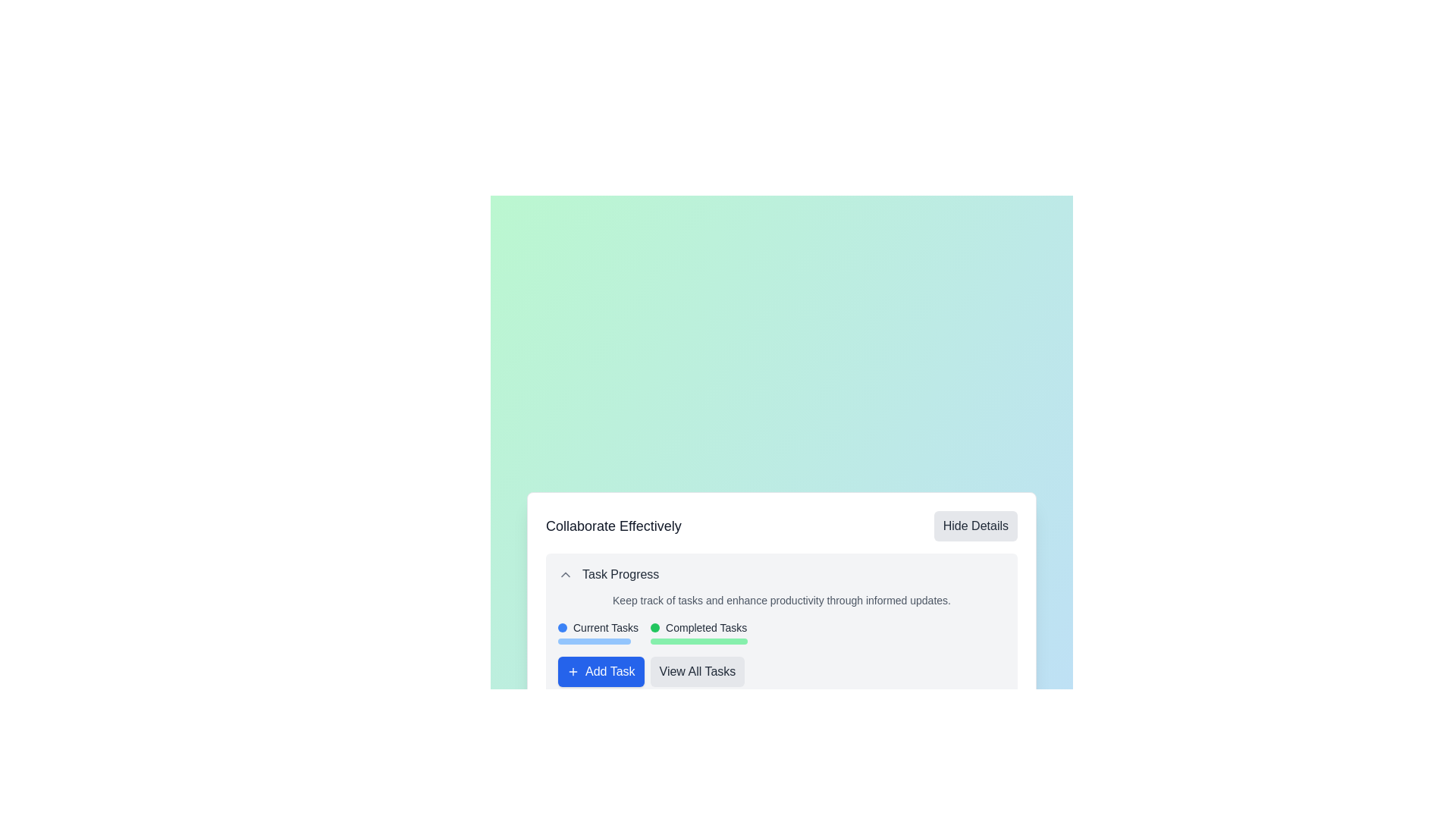 The height and width of the screenshot is (819, 1456). What do you see at coordinates (698, 628) in the screenshot?
I see `the green circular icon next to the 'Completed Tasks' text label` at bounding box center [698, 628].